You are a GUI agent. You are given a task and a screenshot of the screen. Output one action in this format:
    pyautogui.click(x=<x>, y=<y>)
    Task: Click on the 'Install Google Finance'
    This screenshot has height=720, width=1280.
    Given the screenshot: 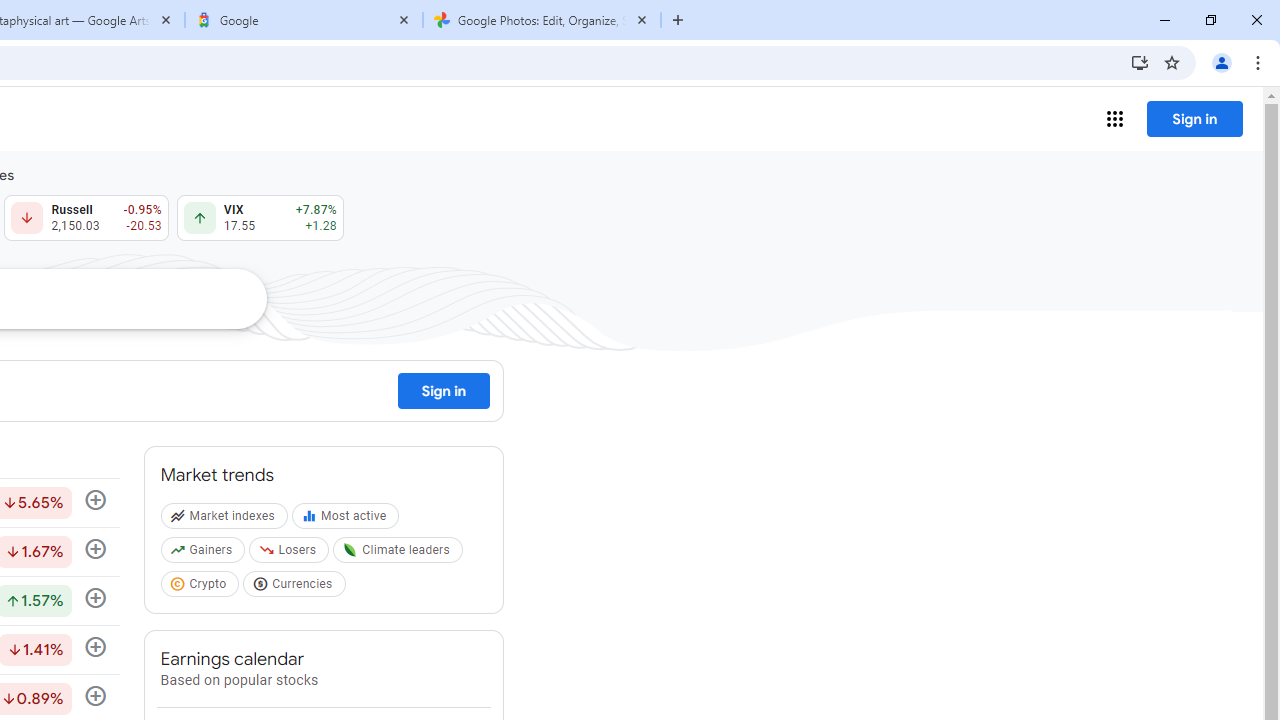 What is the action you would take?
    pyautogui.click(x=1139, y=61)
    